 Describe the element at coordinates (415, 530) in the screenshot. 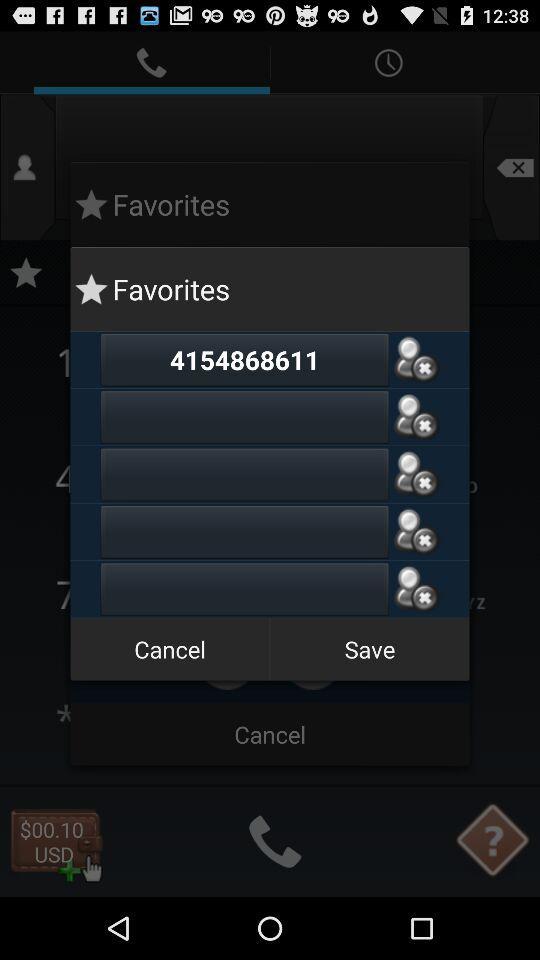

I see `delete entry` at that location.